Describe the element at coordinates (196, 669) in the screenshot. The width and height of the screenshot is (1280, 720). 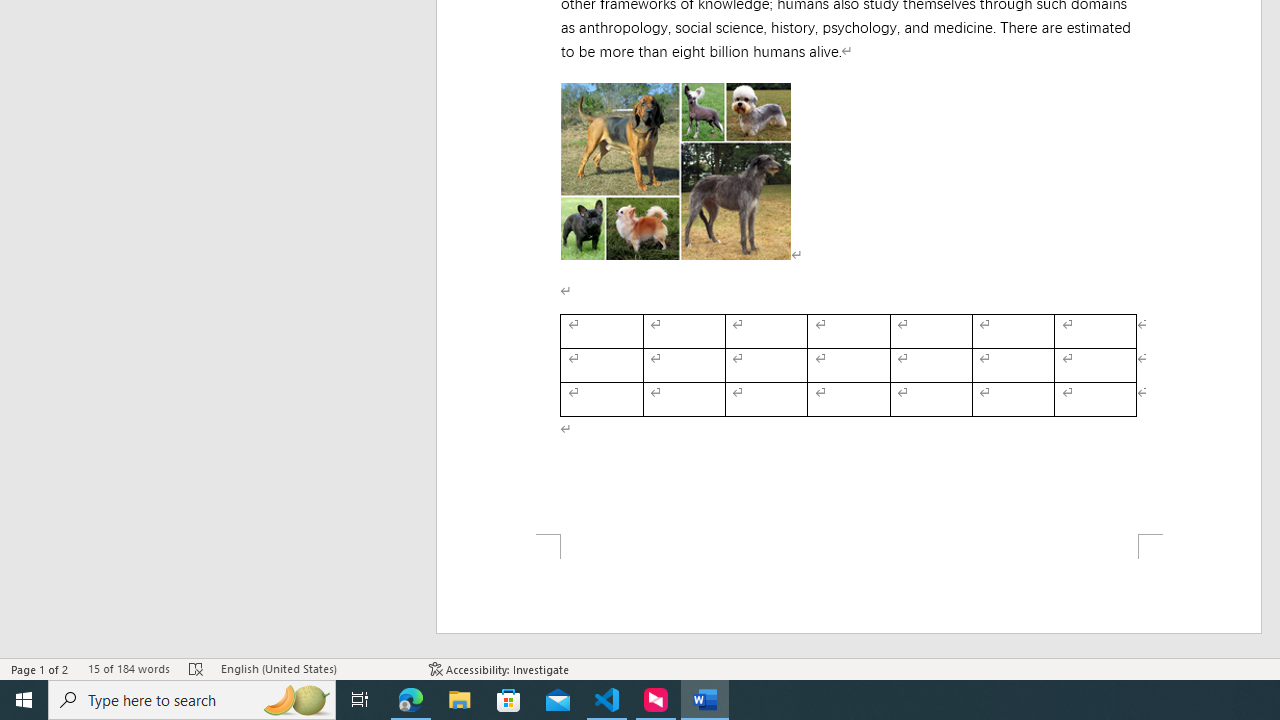
I see `'Spelling and Grammar Check Errors'` at that location.